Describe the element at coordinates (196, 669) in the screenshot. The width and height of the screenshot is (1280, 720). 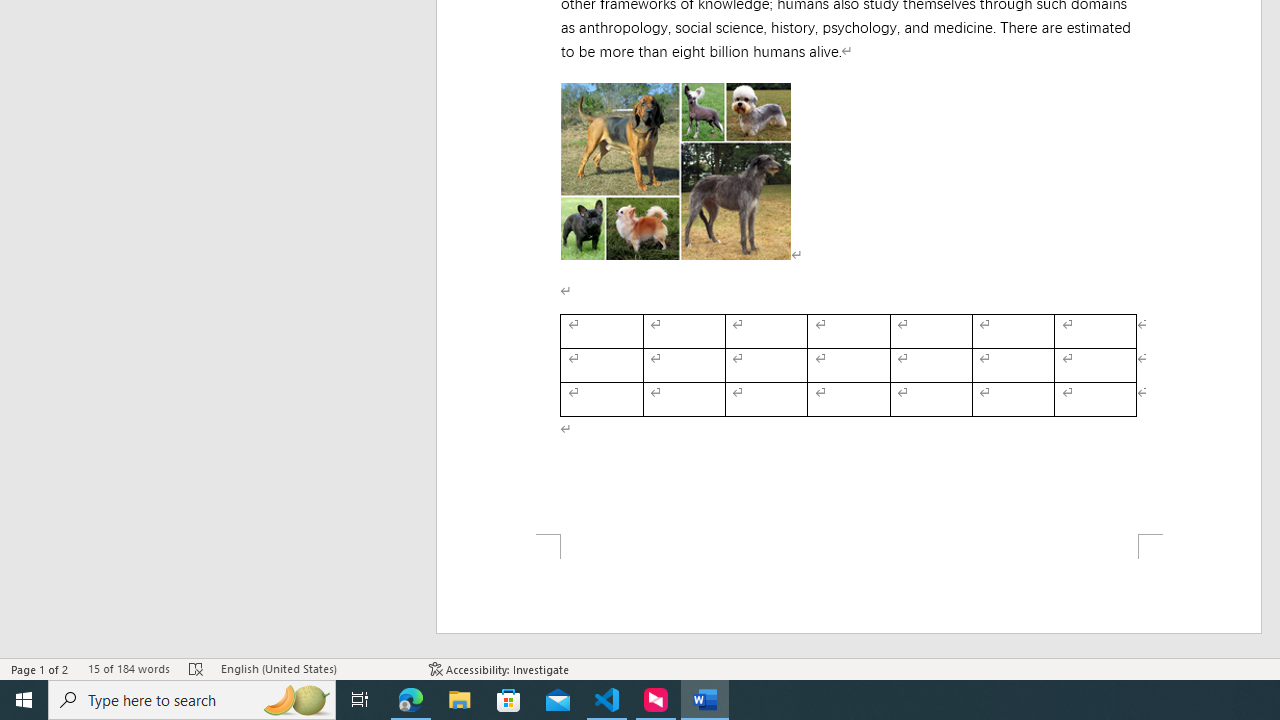
I see `'Spelling and Grammar Check Errors'` at that location.